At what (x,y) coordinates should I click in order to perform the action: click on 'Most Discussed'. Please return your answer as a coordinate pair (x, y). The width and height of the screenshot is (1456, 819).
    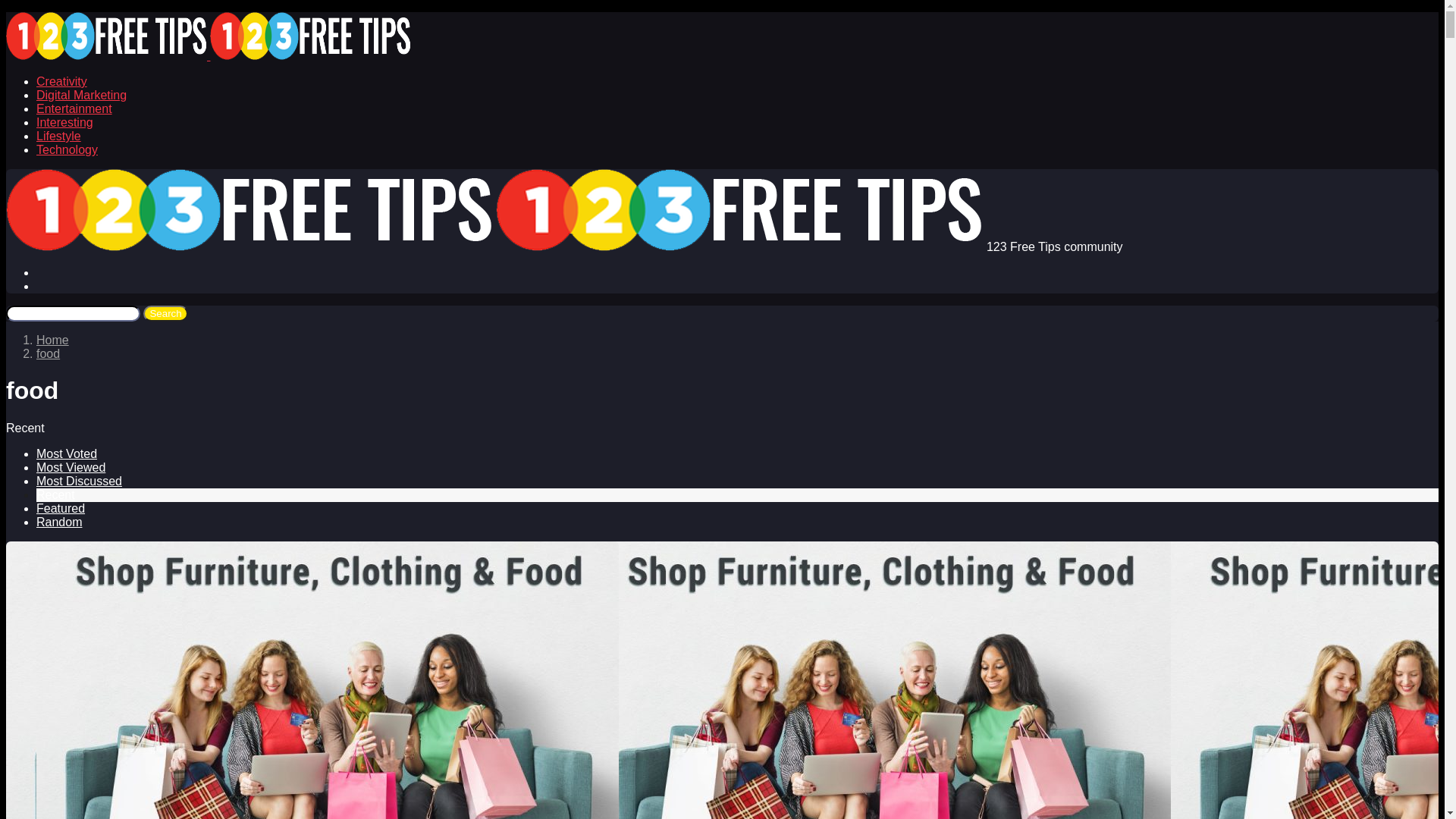
    Looking at the image, I should click on (78, 481).